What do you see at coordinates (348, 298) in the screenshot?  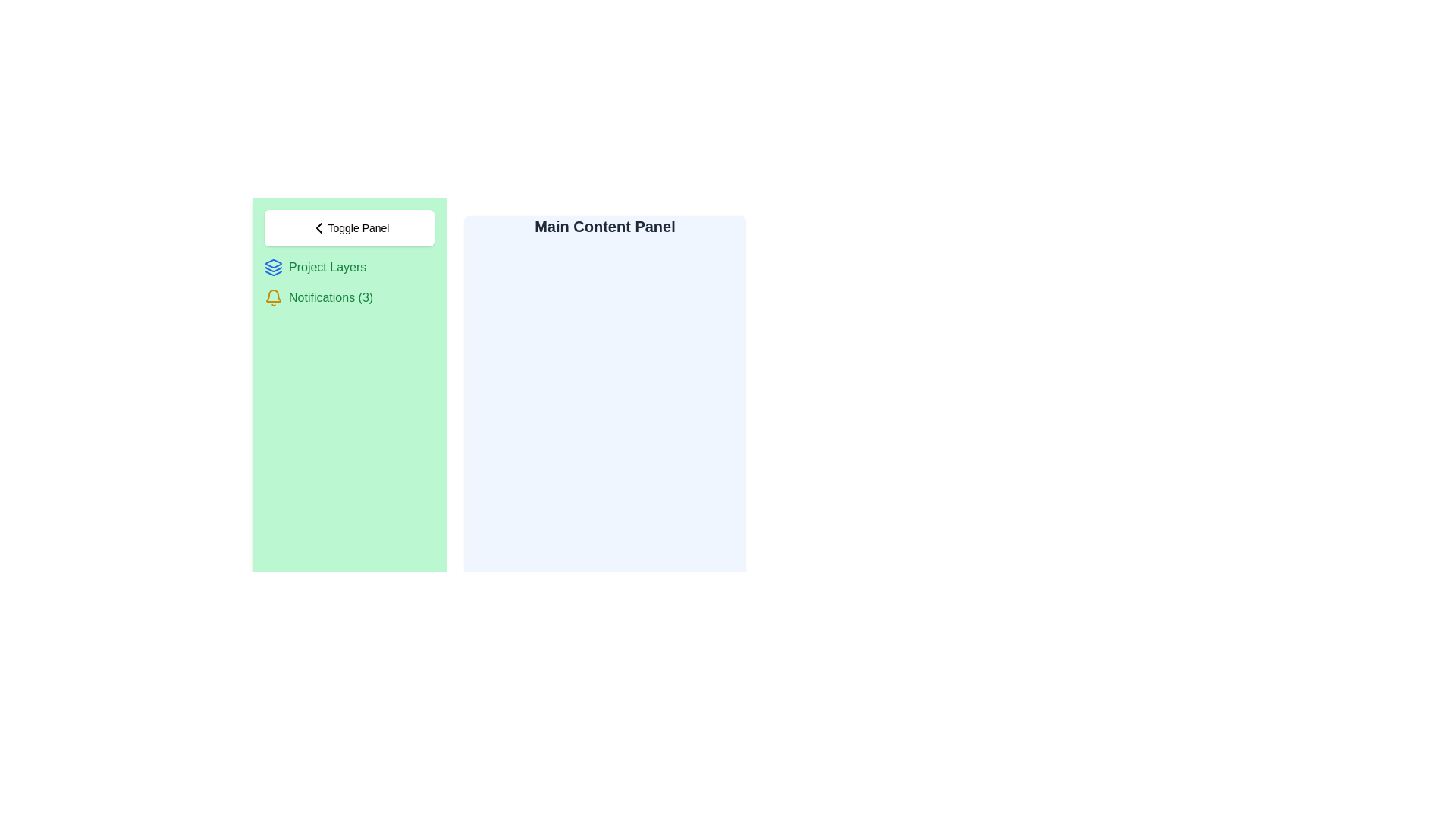 I see `the 'Notifications (3)' indicator with a bell icon located below the 'Project Layers' text in the left panel` at bounding box center [348, 298].